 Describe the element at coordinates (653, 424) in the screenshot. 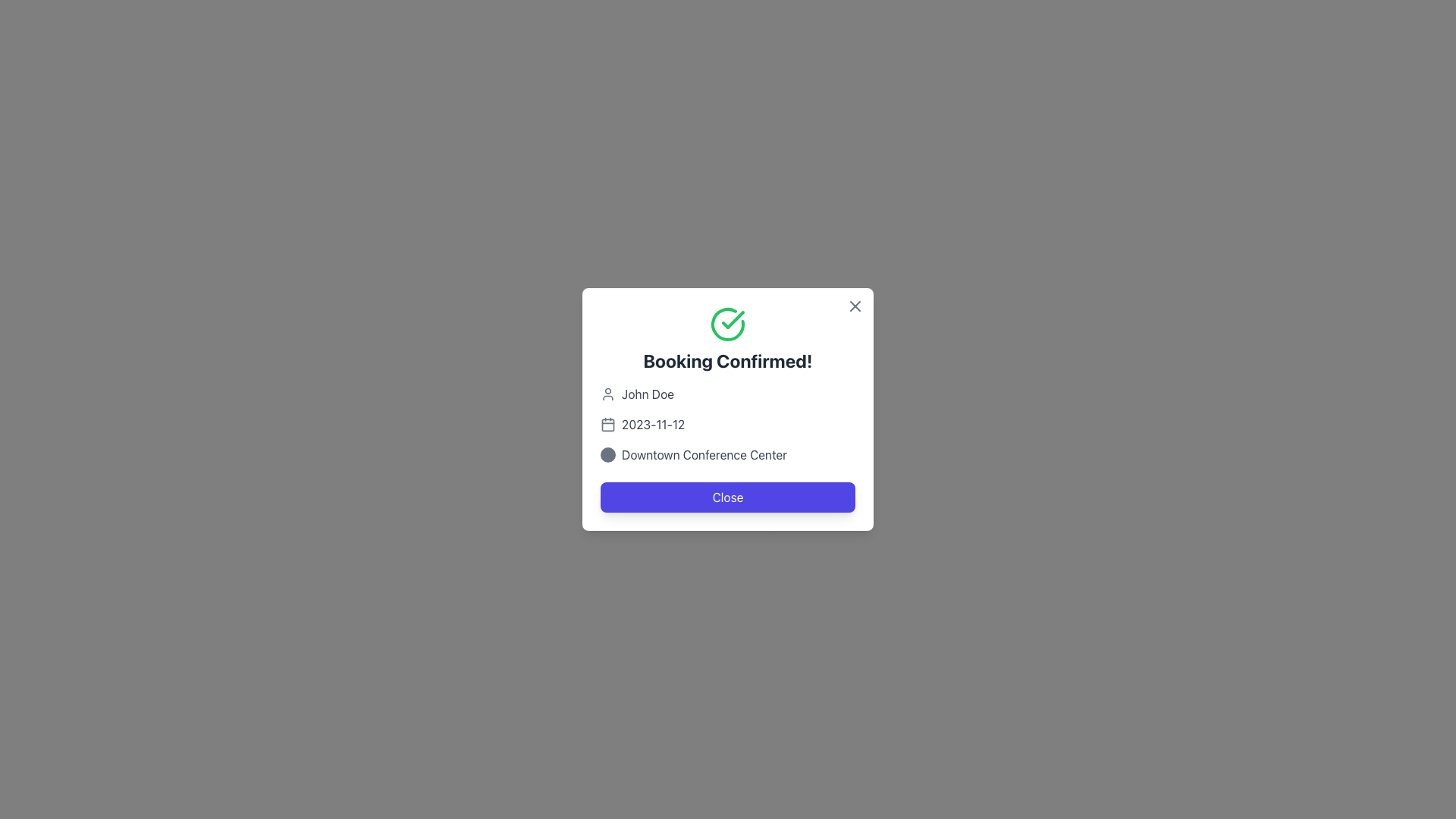

I see `the static text displaying the date '2023-11-12', which is styled in gray and is part of a booking confirmation modal` at that location.